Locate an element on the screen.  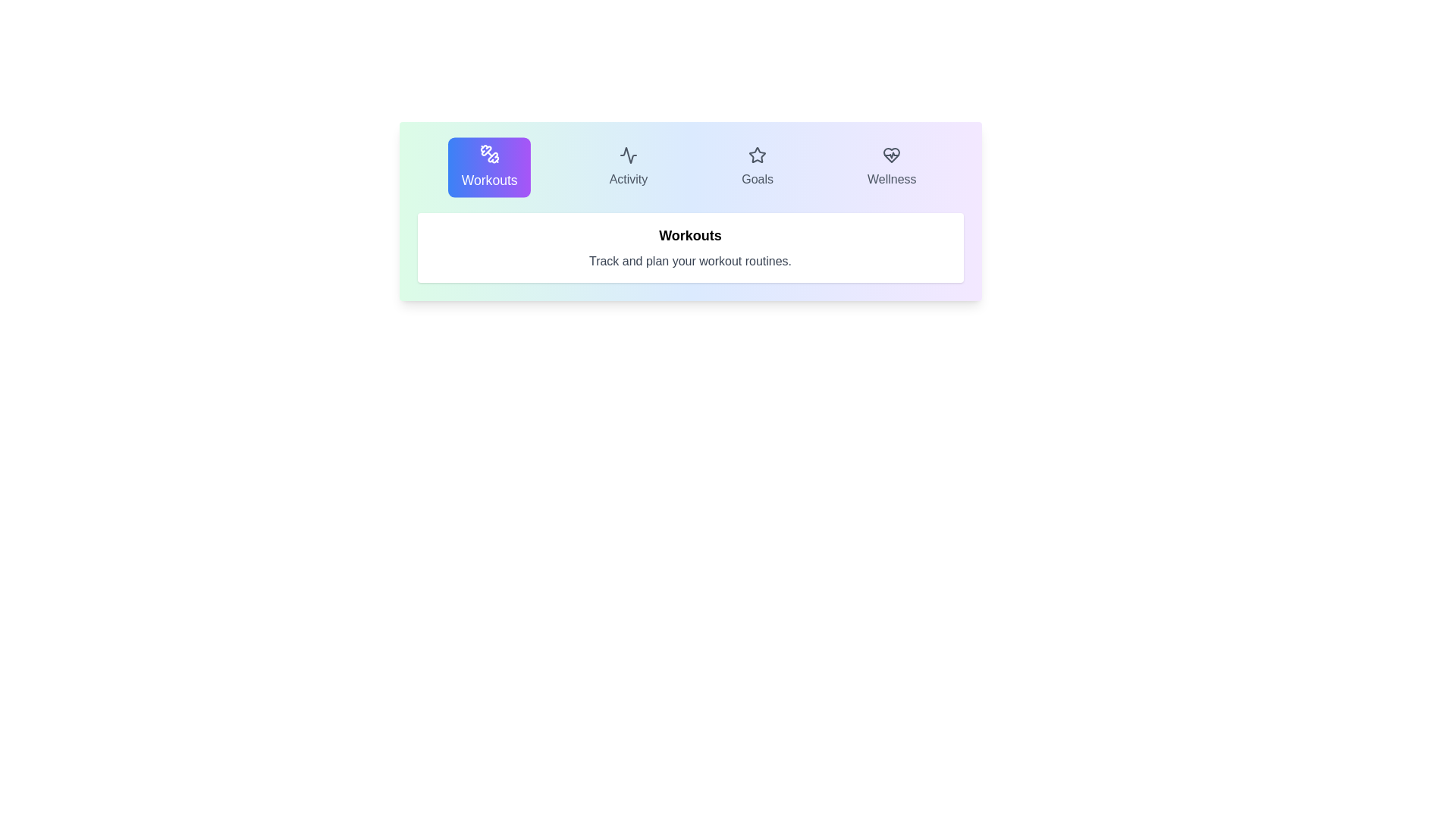
the 'Goals' text label located on the navigation bar, which is the third item between 'Activity' and 'Wellness' is located at coordinates (758, 178).